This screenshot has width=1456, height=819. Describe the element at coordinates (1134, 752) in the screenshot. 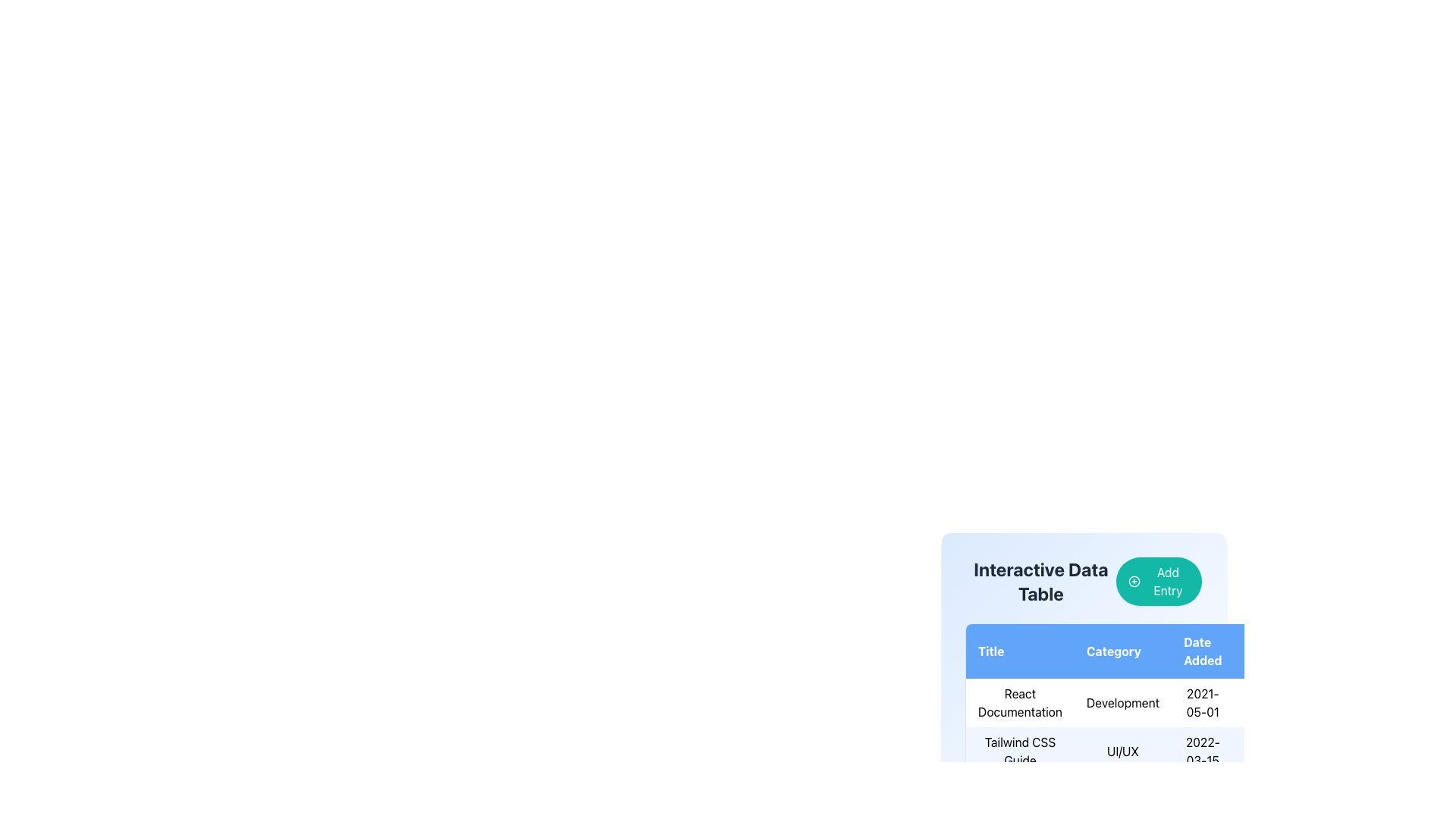

I see `the text label 'UI/UX' located` at that location.